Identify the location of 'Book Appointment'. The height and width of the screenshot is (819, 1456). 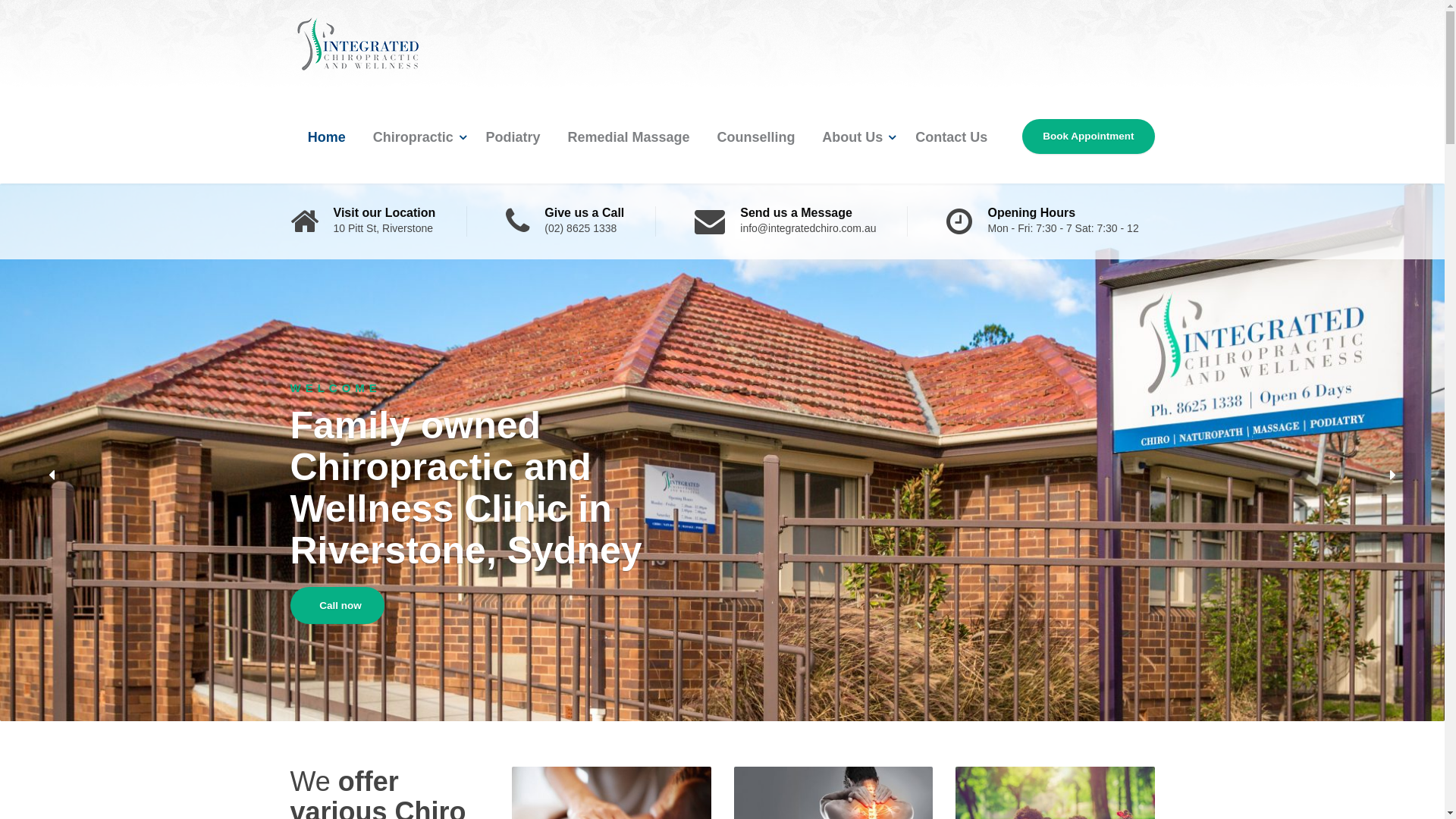
(1087, 136).